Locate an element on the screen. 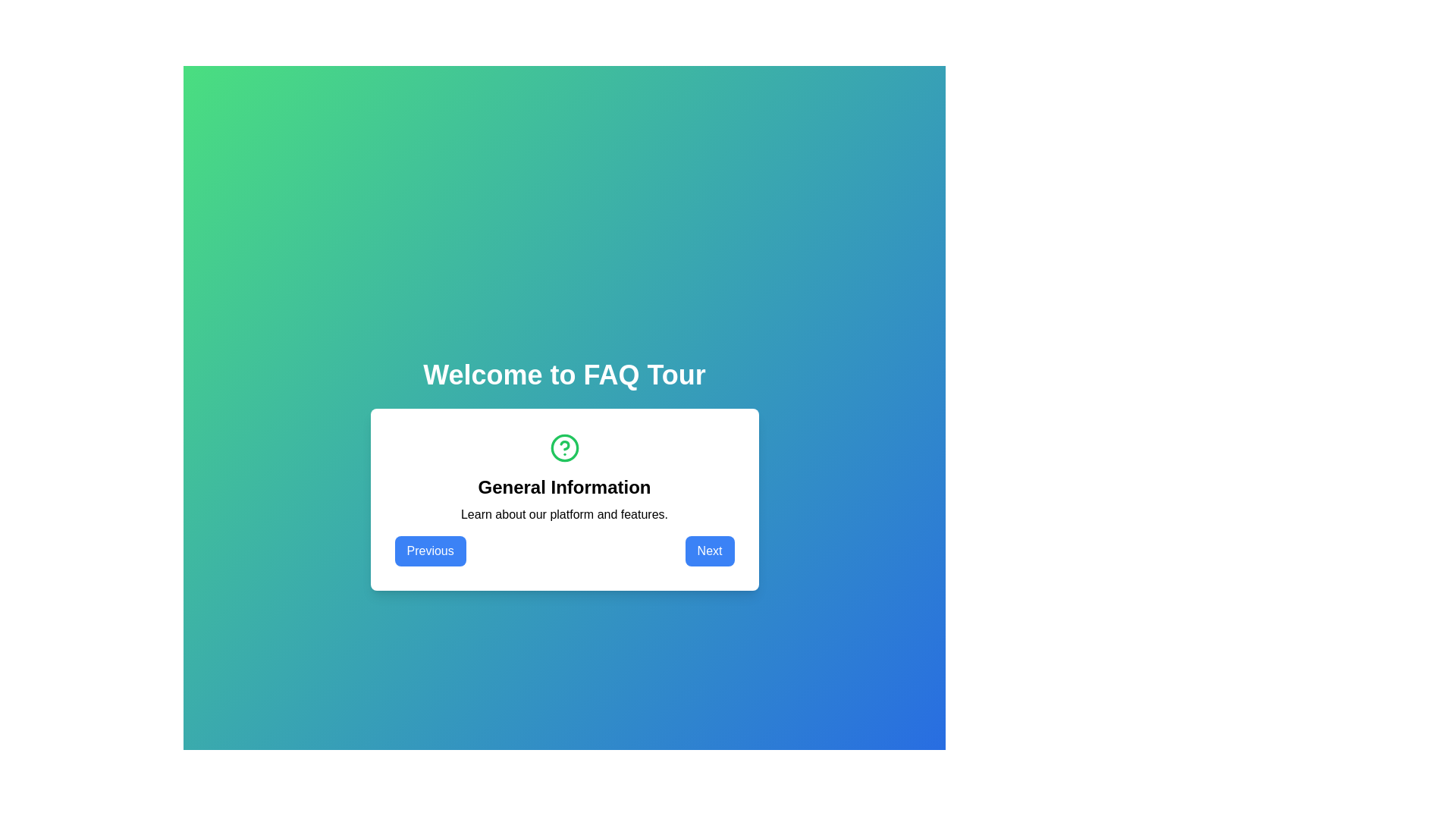  the 'Next' button located in the bottom-right corner of the modal to proceed to the next step is located at coordinates (709, 551).